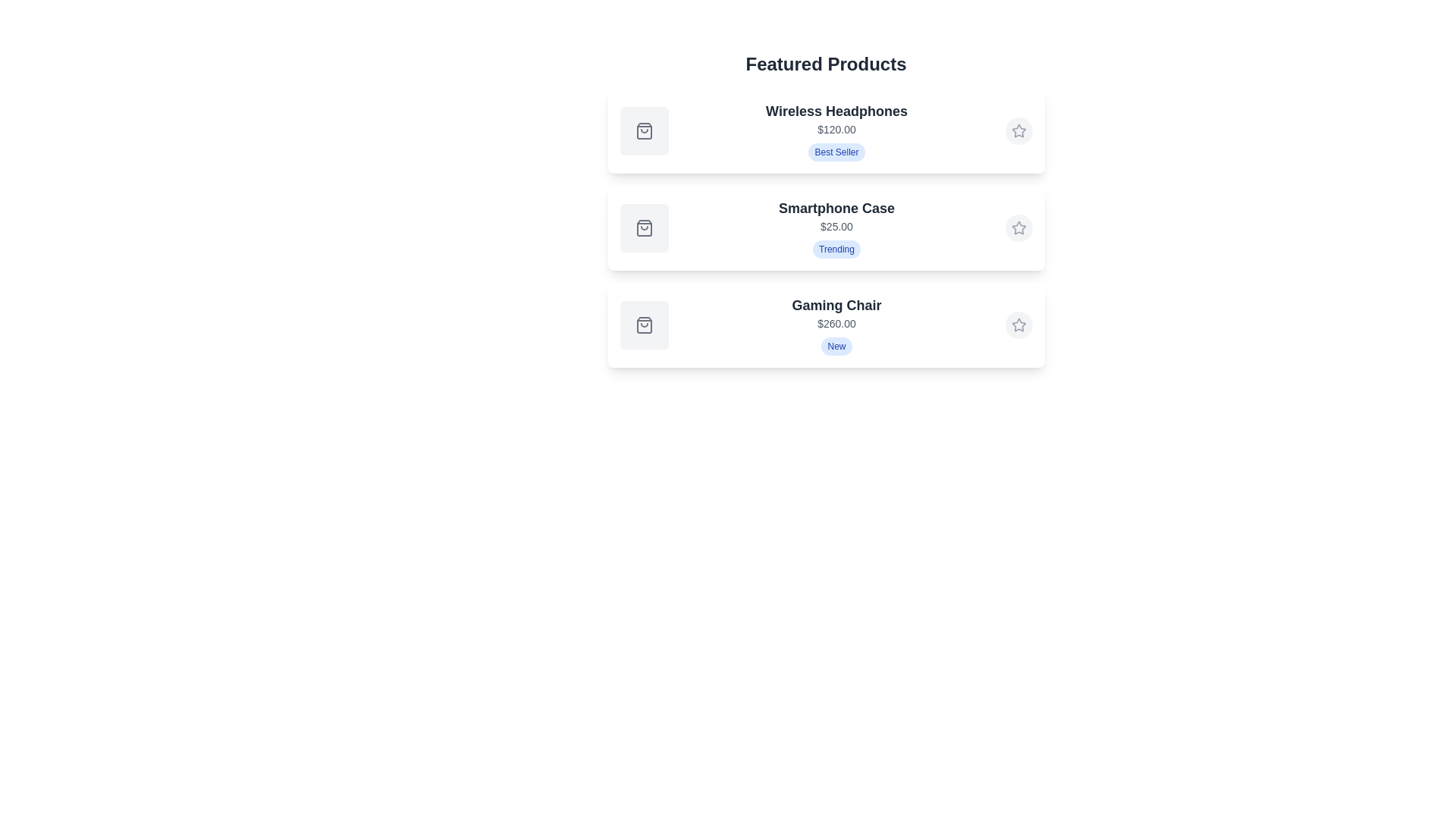  What do you see at coordinates (825, 130) in the screenshot?
I see `the product card for Wireless Headphones` at bounding box center [825, 130].